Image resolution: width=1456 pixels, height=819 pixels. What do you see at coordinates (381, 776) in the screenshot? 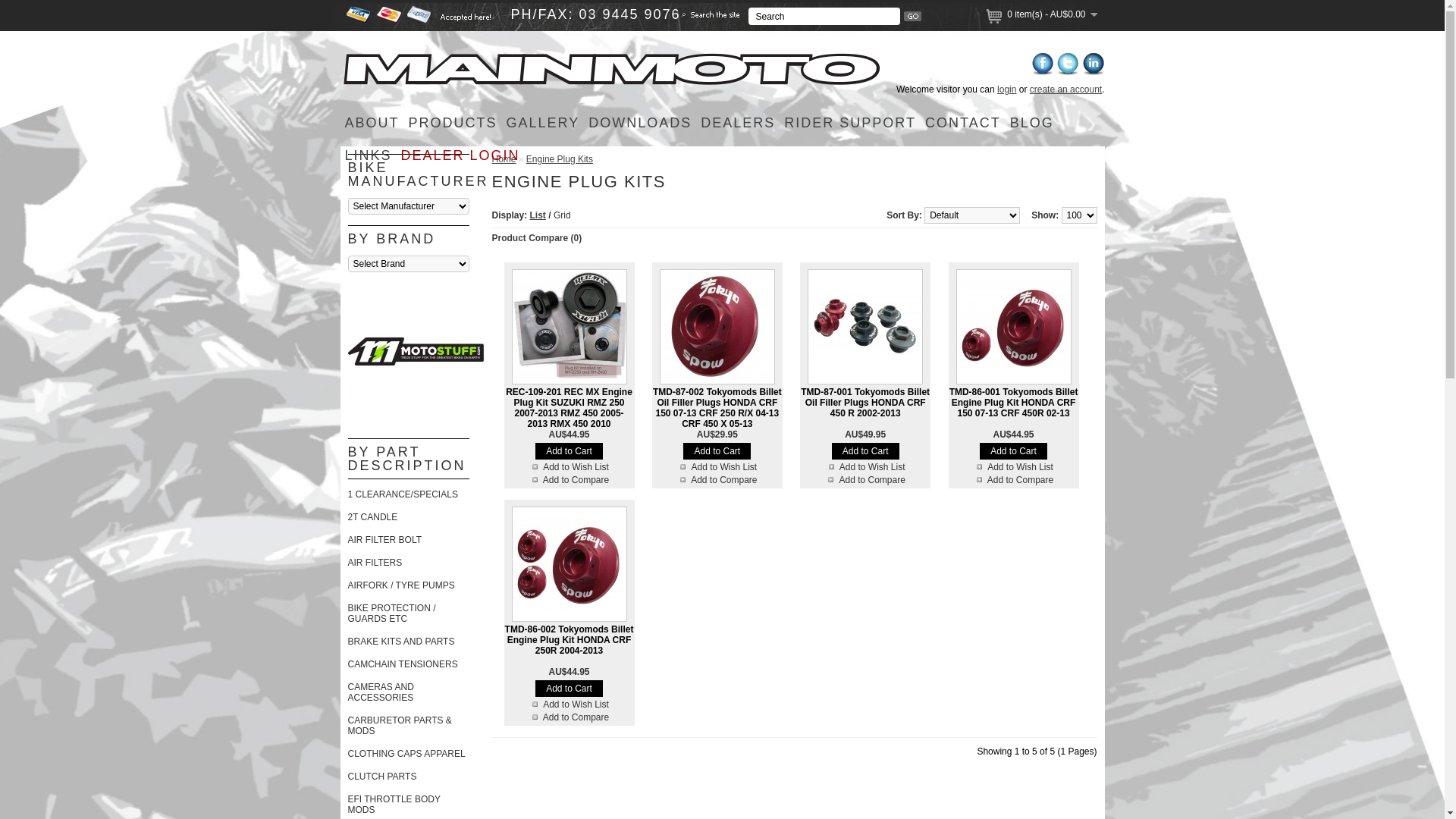
I see `'CLUTCH PARTS'` at bounding box center [381, 776].